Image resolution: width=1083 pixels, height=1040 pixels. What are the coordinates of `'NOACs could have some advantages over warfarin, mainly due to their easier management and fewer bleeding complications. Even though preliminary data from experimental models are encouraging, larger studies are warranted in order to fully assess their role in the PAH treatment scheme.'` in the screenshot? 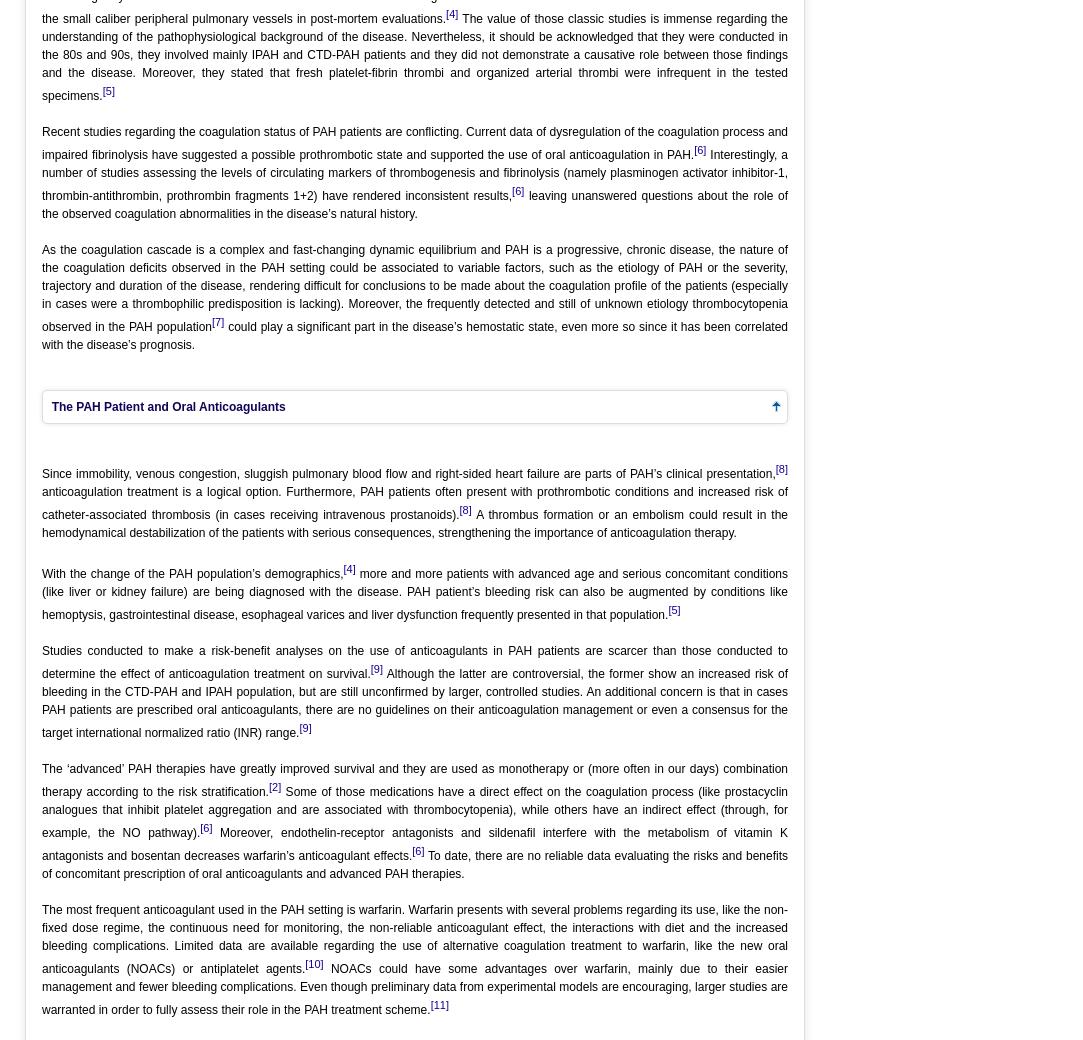 It's located at (415, 988).